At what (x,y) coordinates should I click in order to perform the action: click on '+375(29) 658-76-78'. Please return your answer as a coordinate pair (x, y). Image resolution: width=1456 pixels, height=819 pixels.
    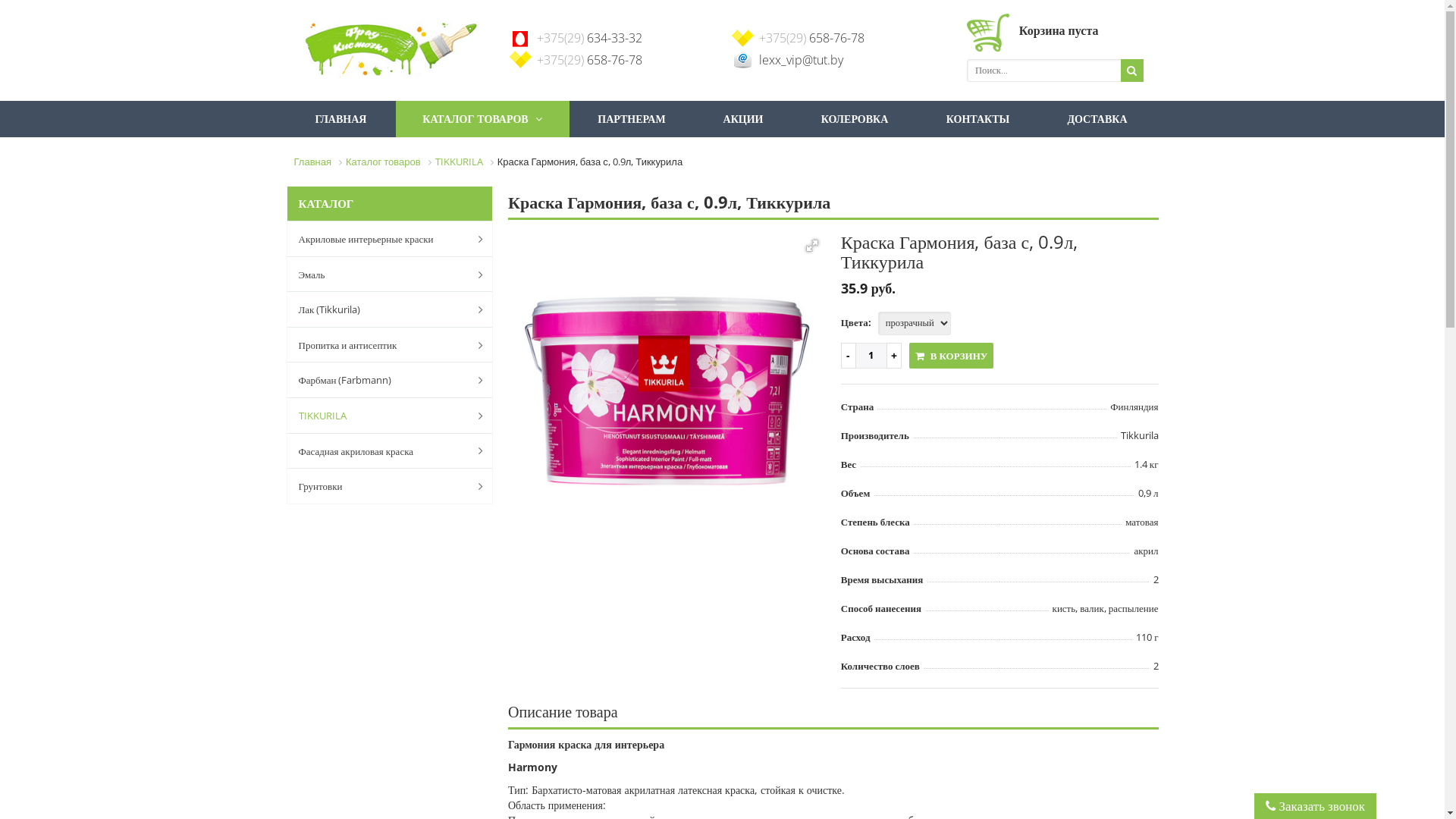
    Looking at the image, I should click on (588, 58).